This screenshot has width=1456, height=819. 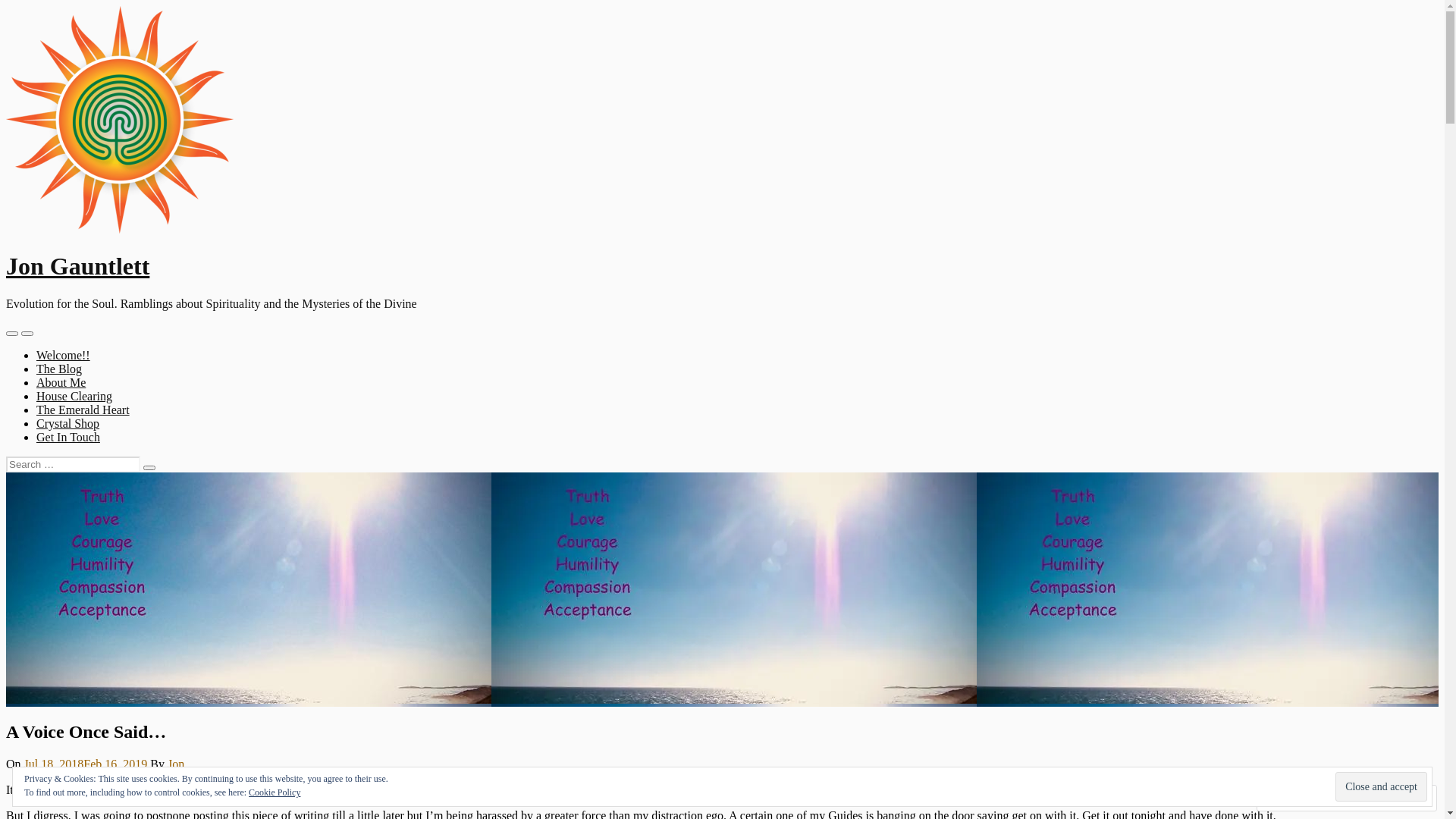 I want to click on 'Menu', so click(x=11, y=332).